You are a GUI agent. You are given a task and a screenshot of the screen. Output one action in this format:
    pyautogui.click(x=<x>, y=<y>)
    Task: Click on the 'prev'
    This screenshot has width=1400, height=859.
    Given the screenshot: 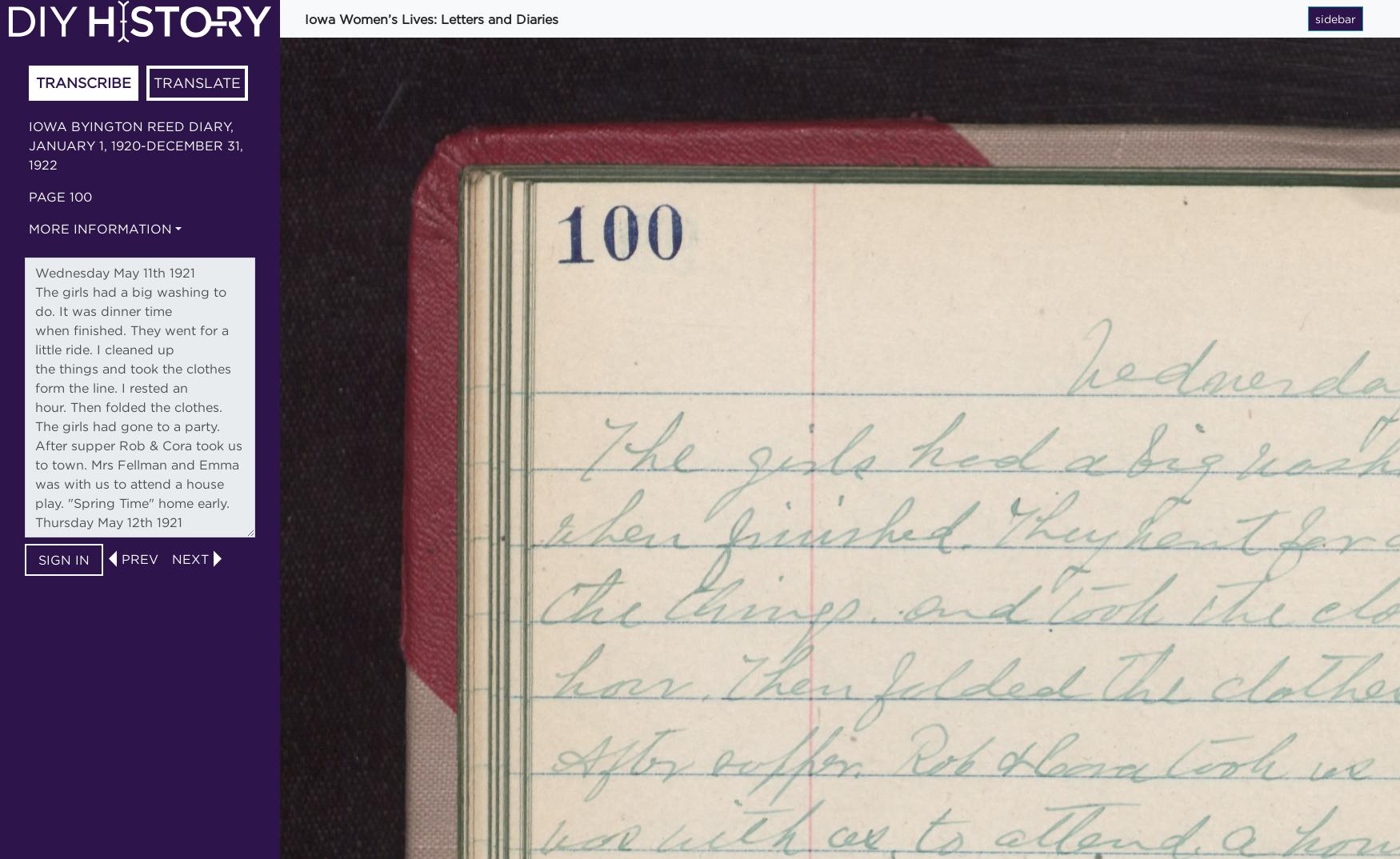 What is the action you would take?
    pyautogui.click(x=139, y=557)
    